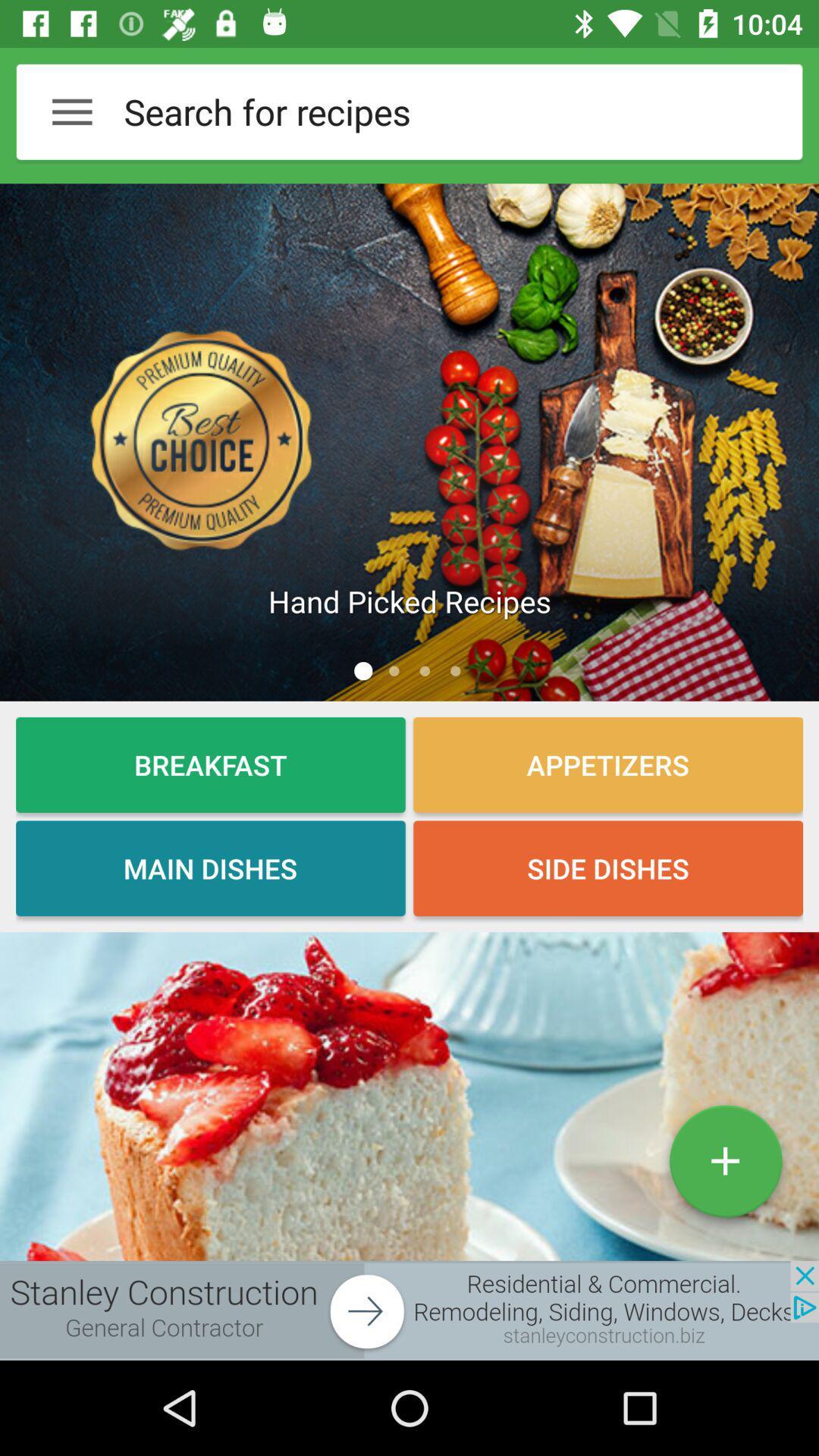 The image size is (819, 1456). What do you see at coordinates (724, 1166) in the screenshot?
I see `the add icon` at bounding box center [724, 1166].